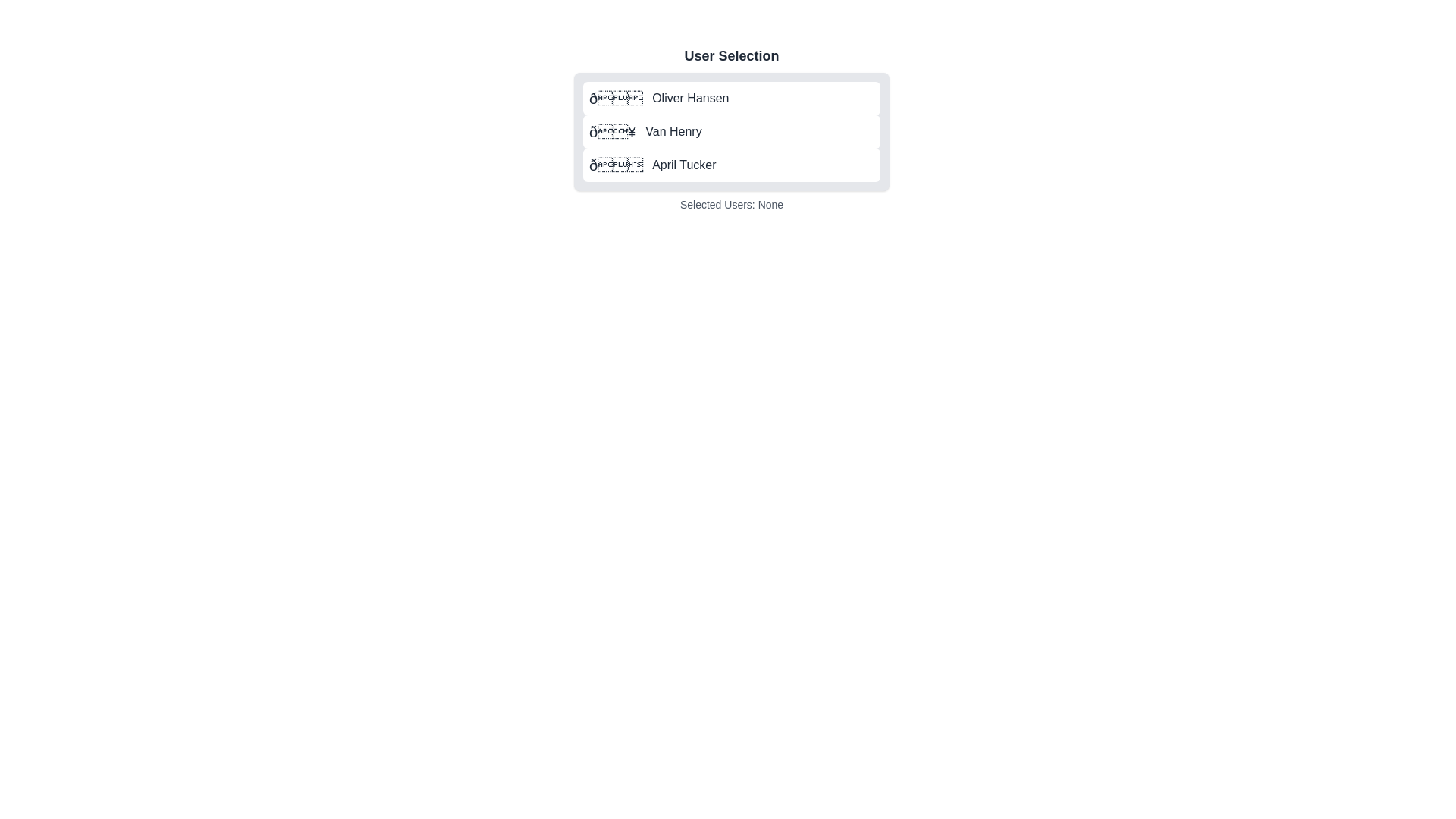 The image size is (1456, 819). What do you see at coordinates (689, 99) in the screenshot?
I see `the static text label representing the user 'Oliver Hansen', which is the first entry in the 'User Selection' list, positioned to the right of an emoji-like symbol` at bounding box center [689, 99].